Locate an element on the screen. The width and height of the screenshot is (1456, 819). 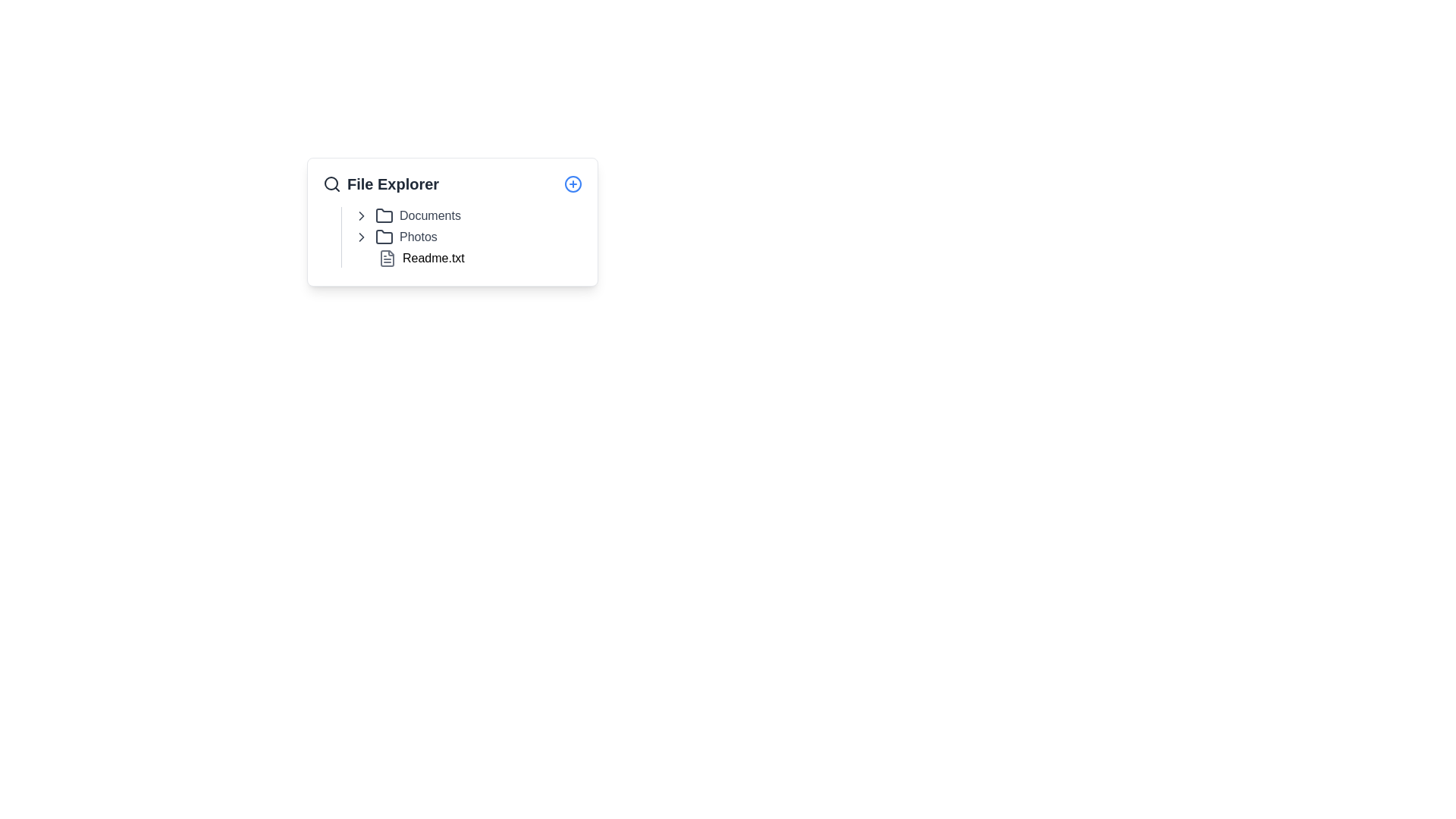
the circular icon button with a blue outline and a plus symbol located on the far right of the 'File Explorer' section is located at coordinates (572, 184).